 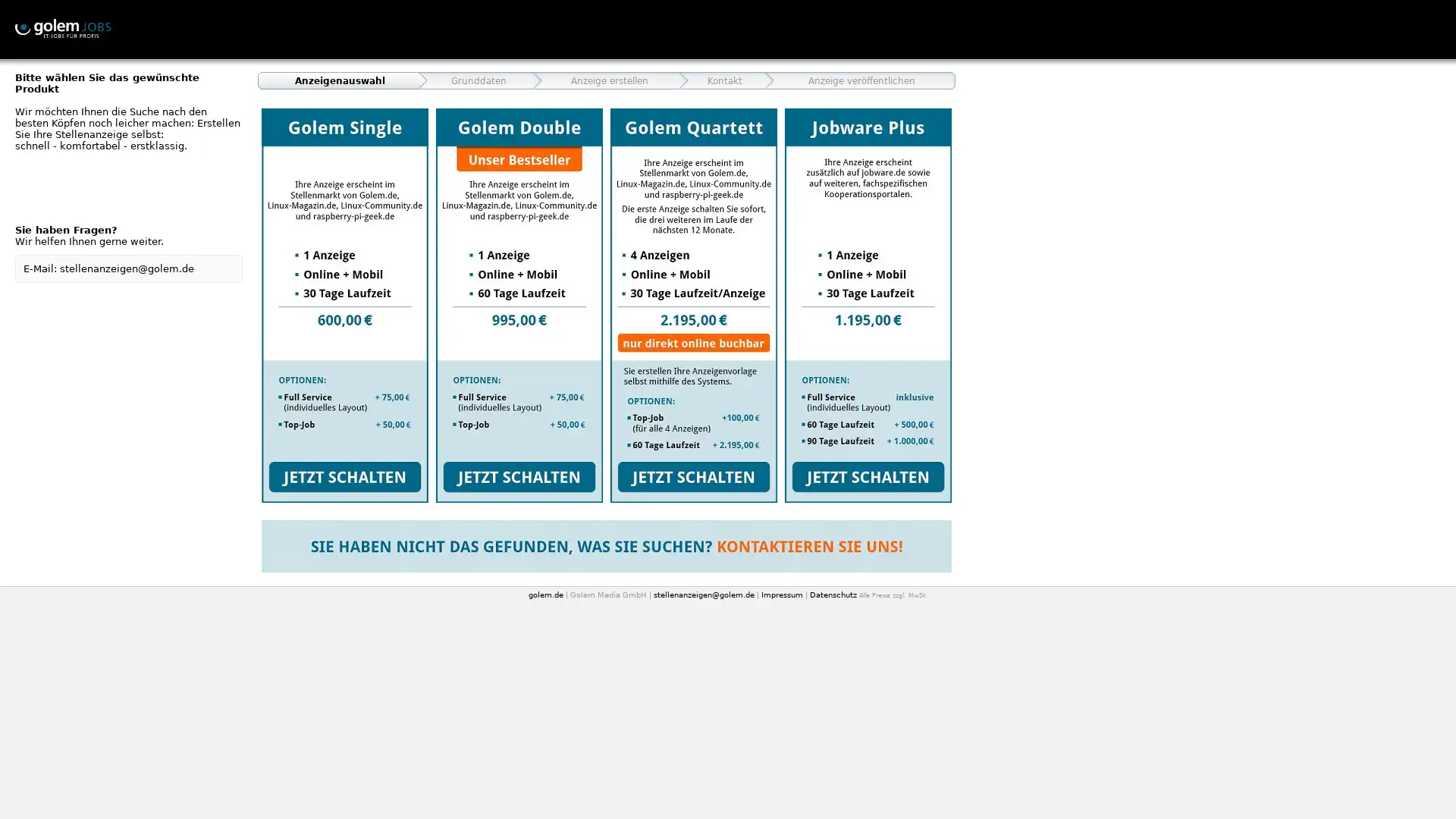 I want to click on Submit, so click(x=344, y=305).